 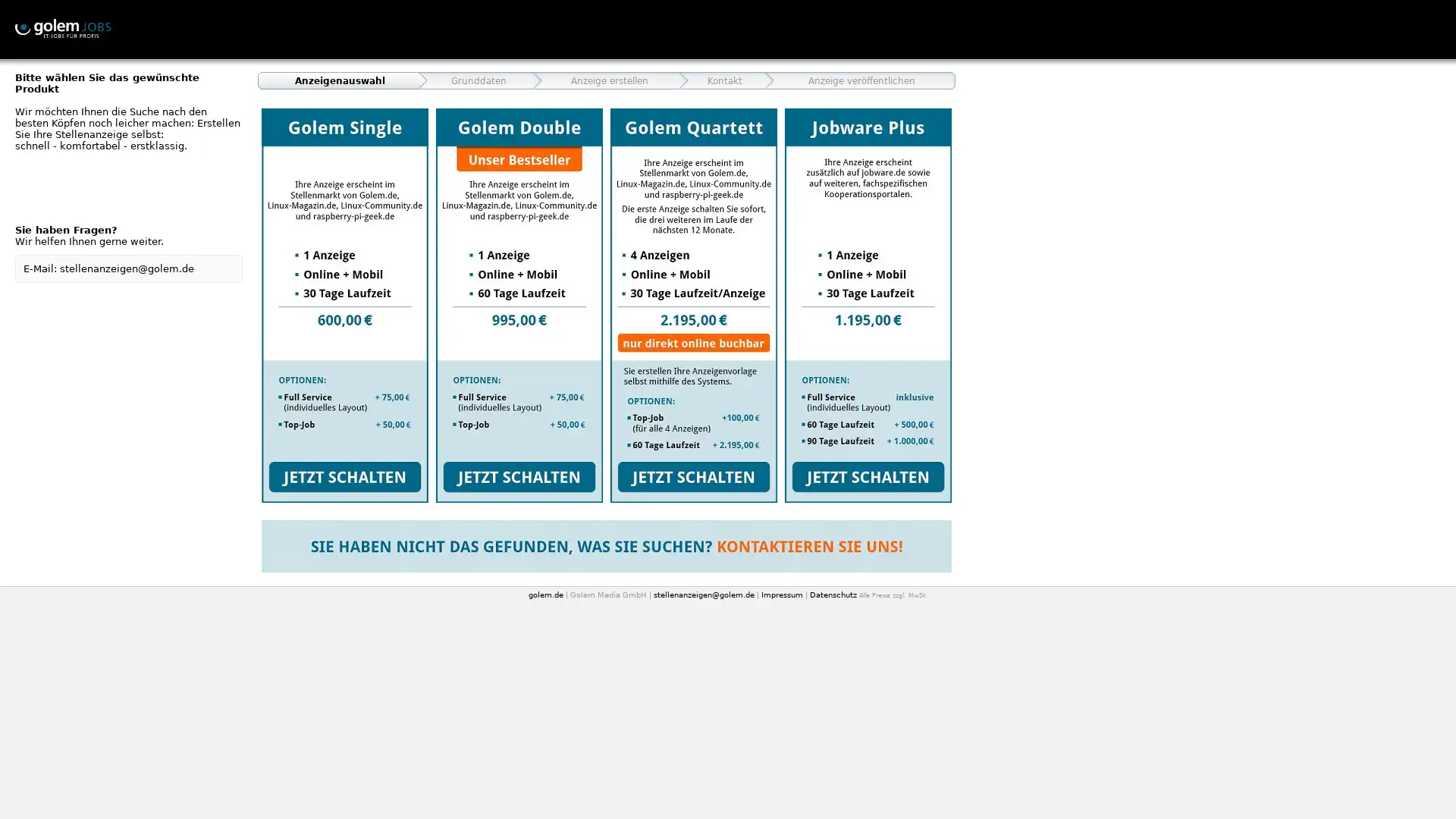 I want to click on Submit, so click(x=344, y=305).